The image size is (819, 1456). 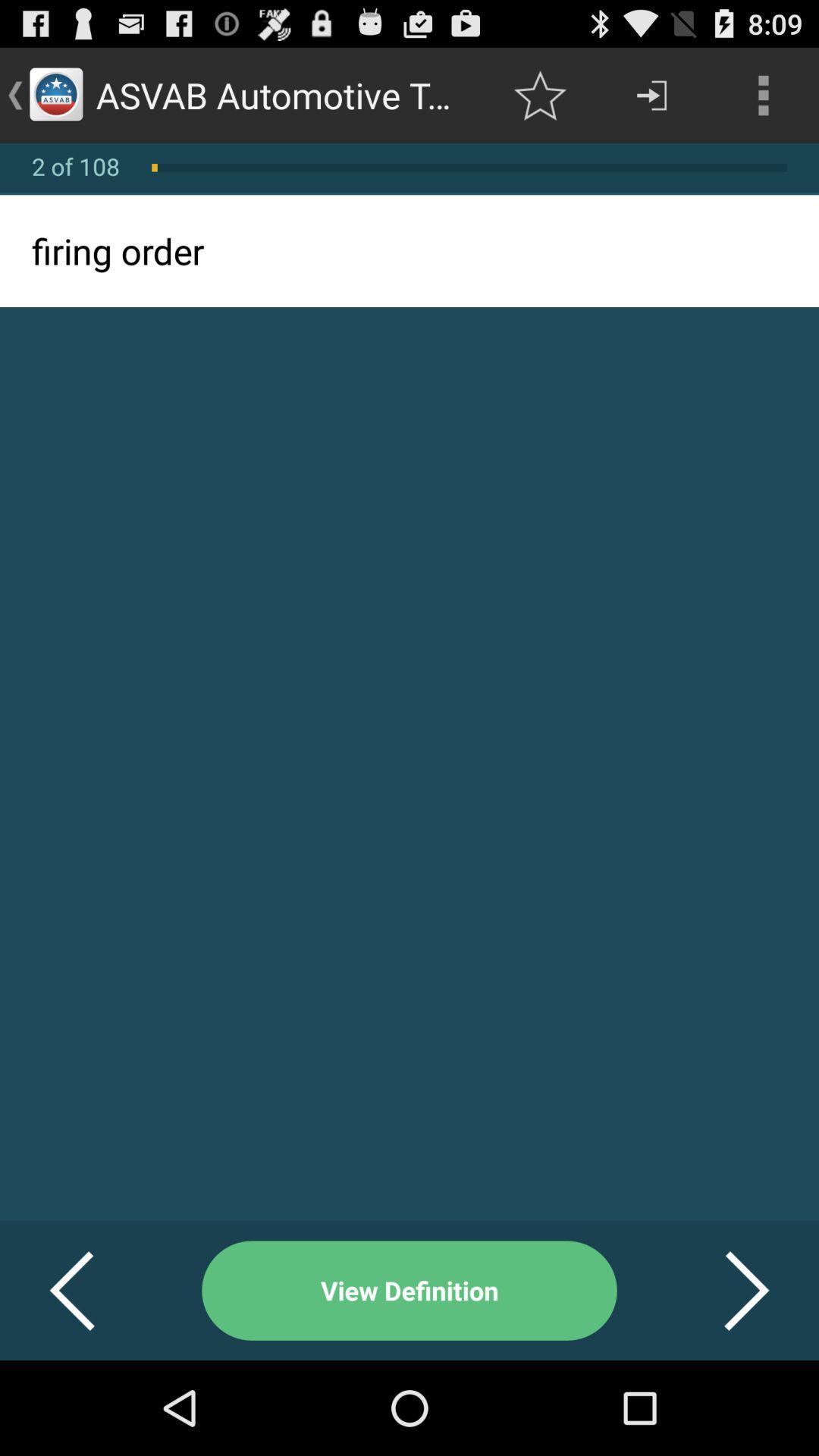 What do you see at coordinates (539, 94) in the screenshot?
I see `item next to asvab automotive terminologies app` at bounding box center [539, 94].